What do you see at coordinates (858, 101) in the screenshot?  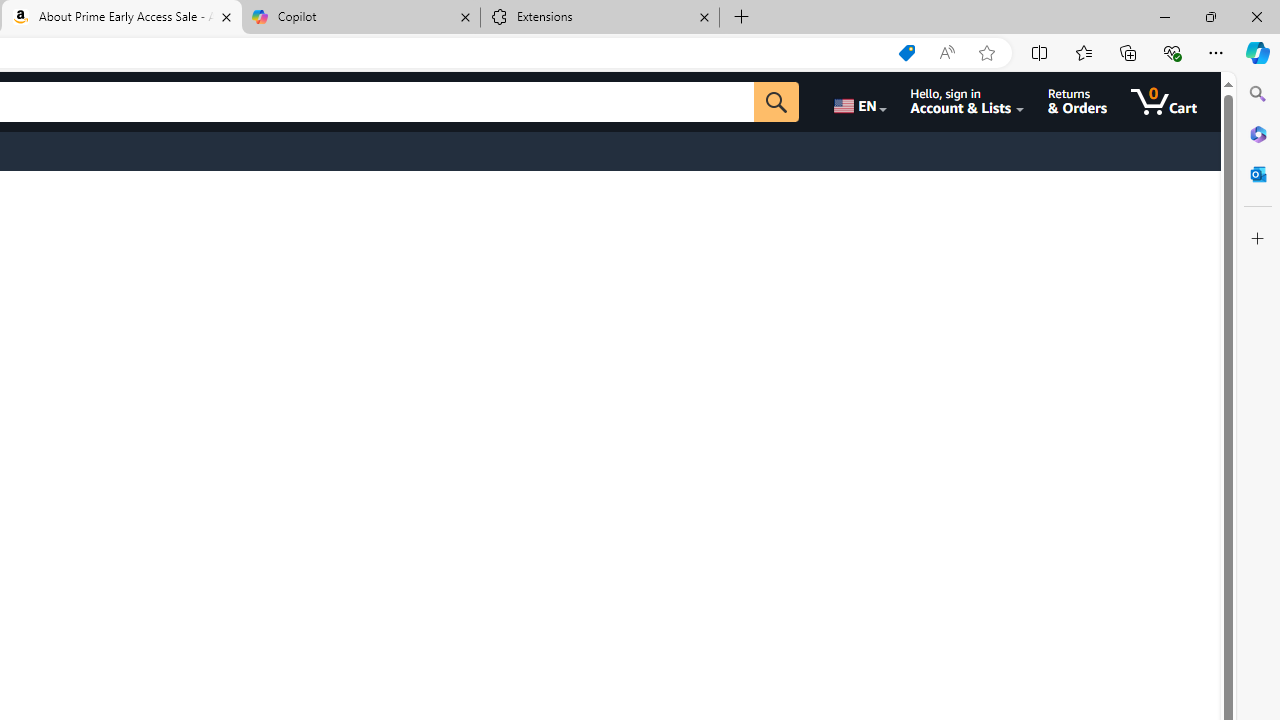 I see `'Choose a language for shopping.'` at bounding box center [858, 101].